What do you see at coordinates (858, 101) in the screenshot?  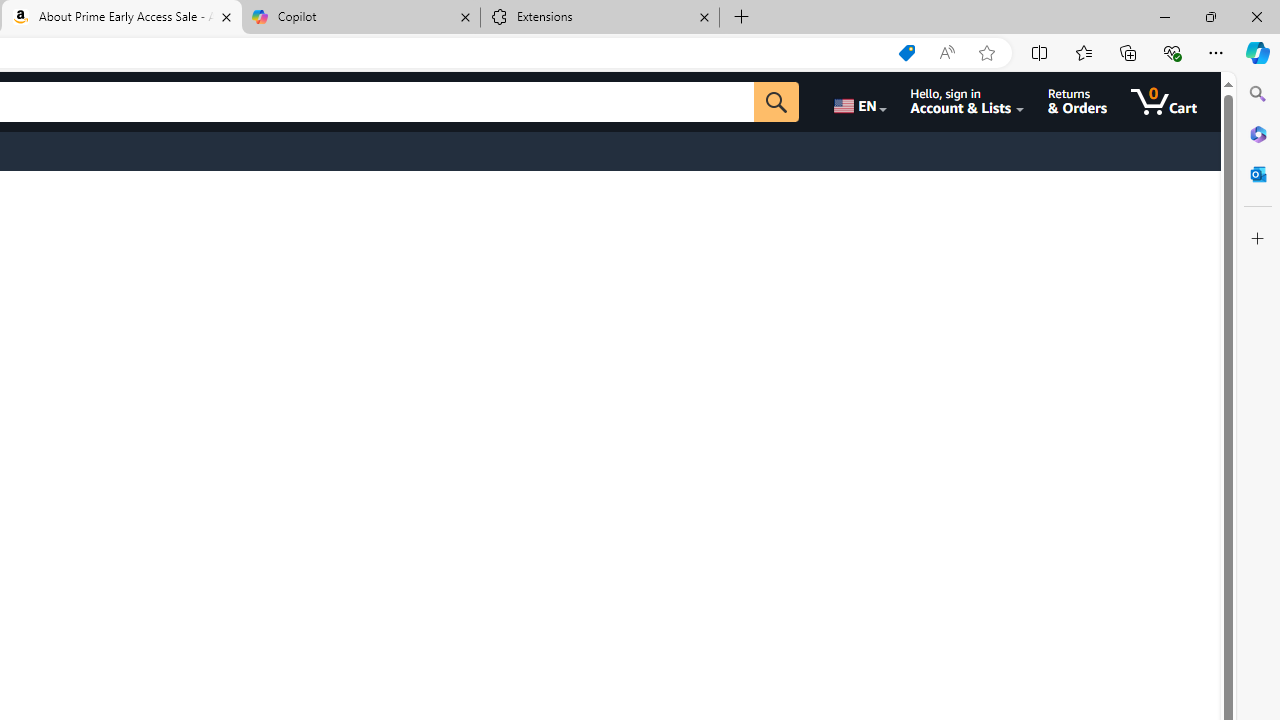 I see `'Choose a language for shopping.'` at bounding box center [858, 101].